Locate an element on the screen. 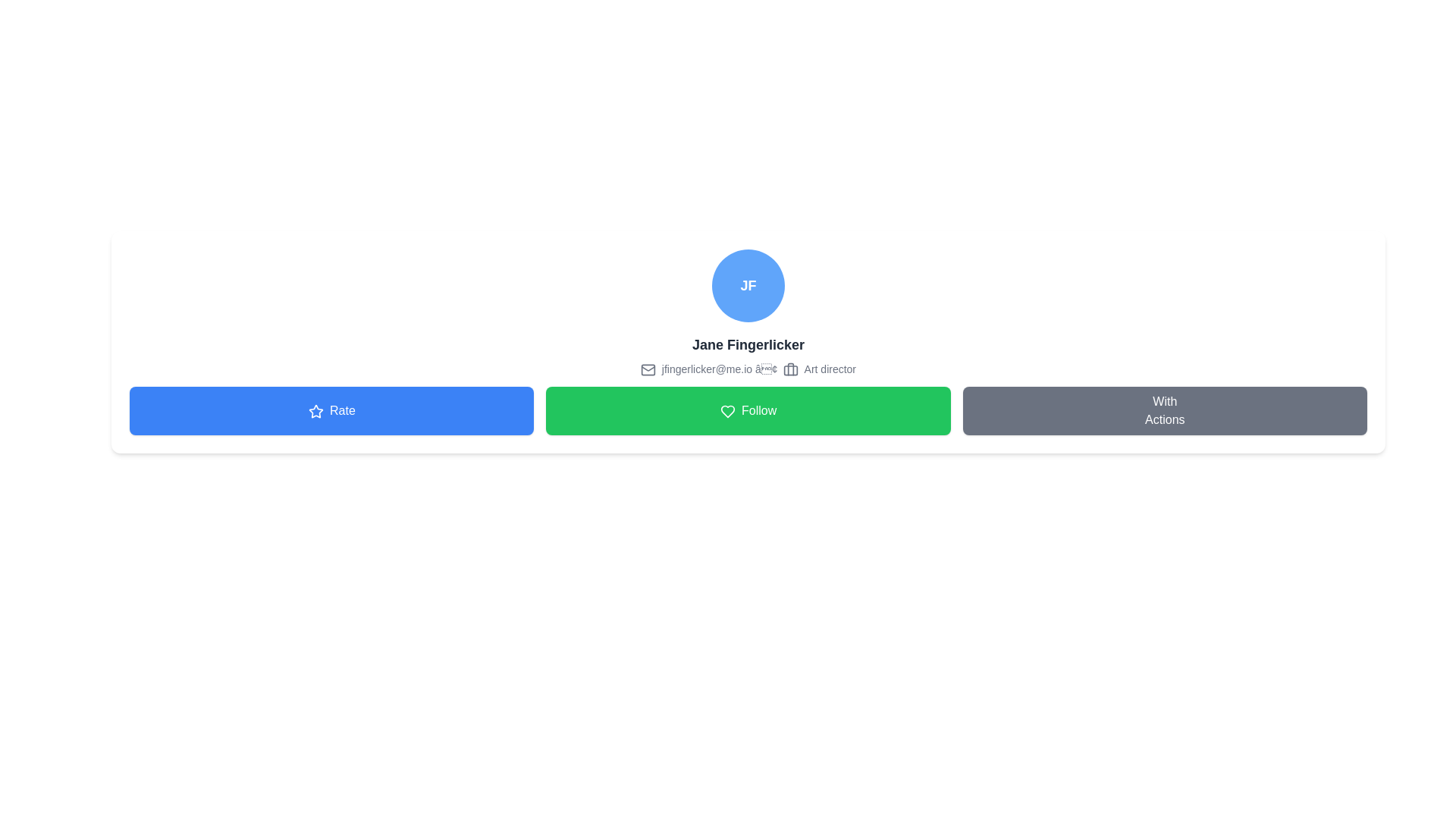 This screenshot has height=819, width=1456. the star decorative icon within the 'Rate' button to initiate a rating action is located at coordinates (315, 411).